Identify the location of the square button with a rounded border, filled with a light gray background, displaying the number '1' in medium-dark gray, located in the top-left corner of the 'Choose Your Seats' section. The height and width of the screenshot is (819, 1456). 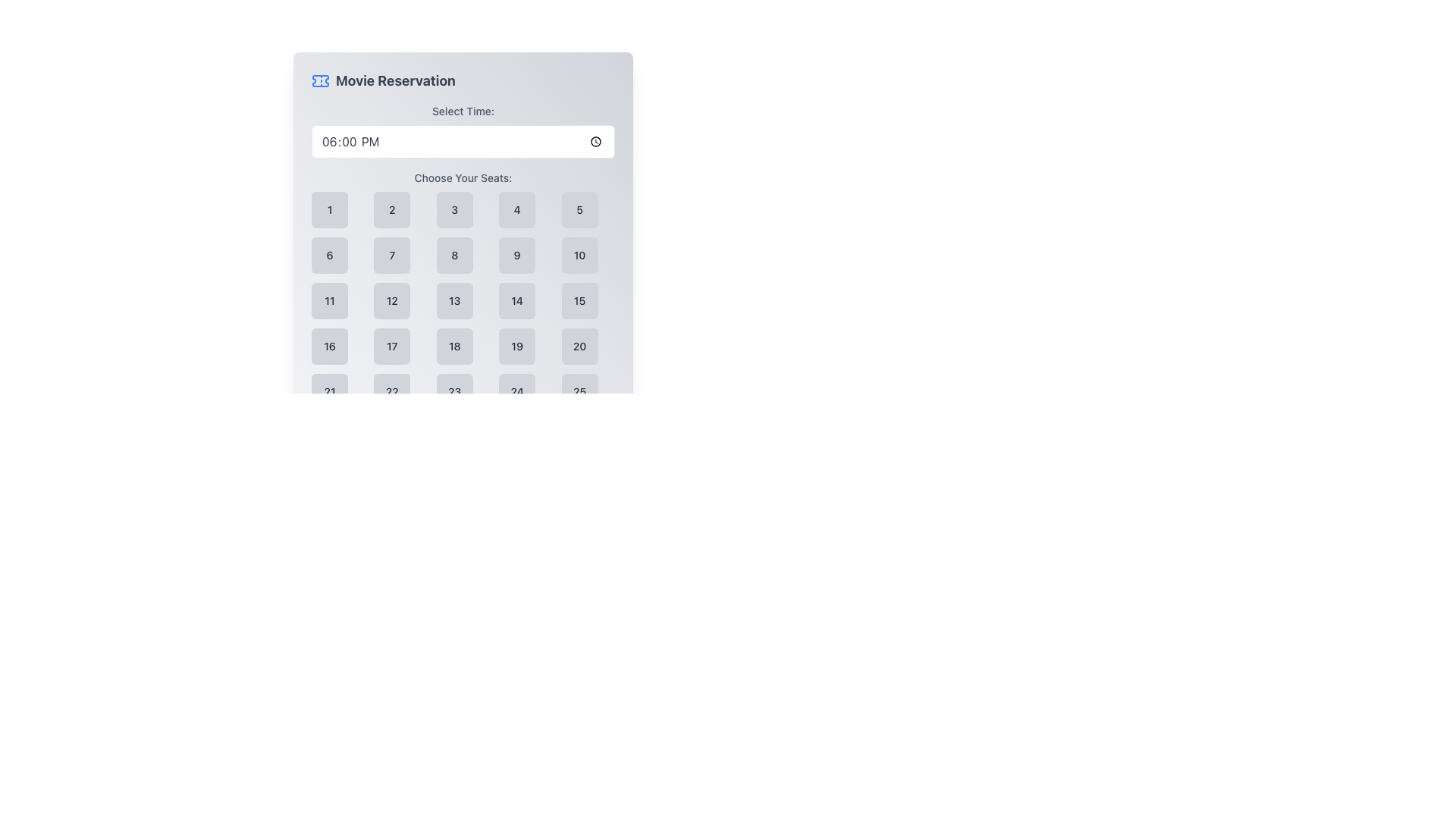
(329, 210).